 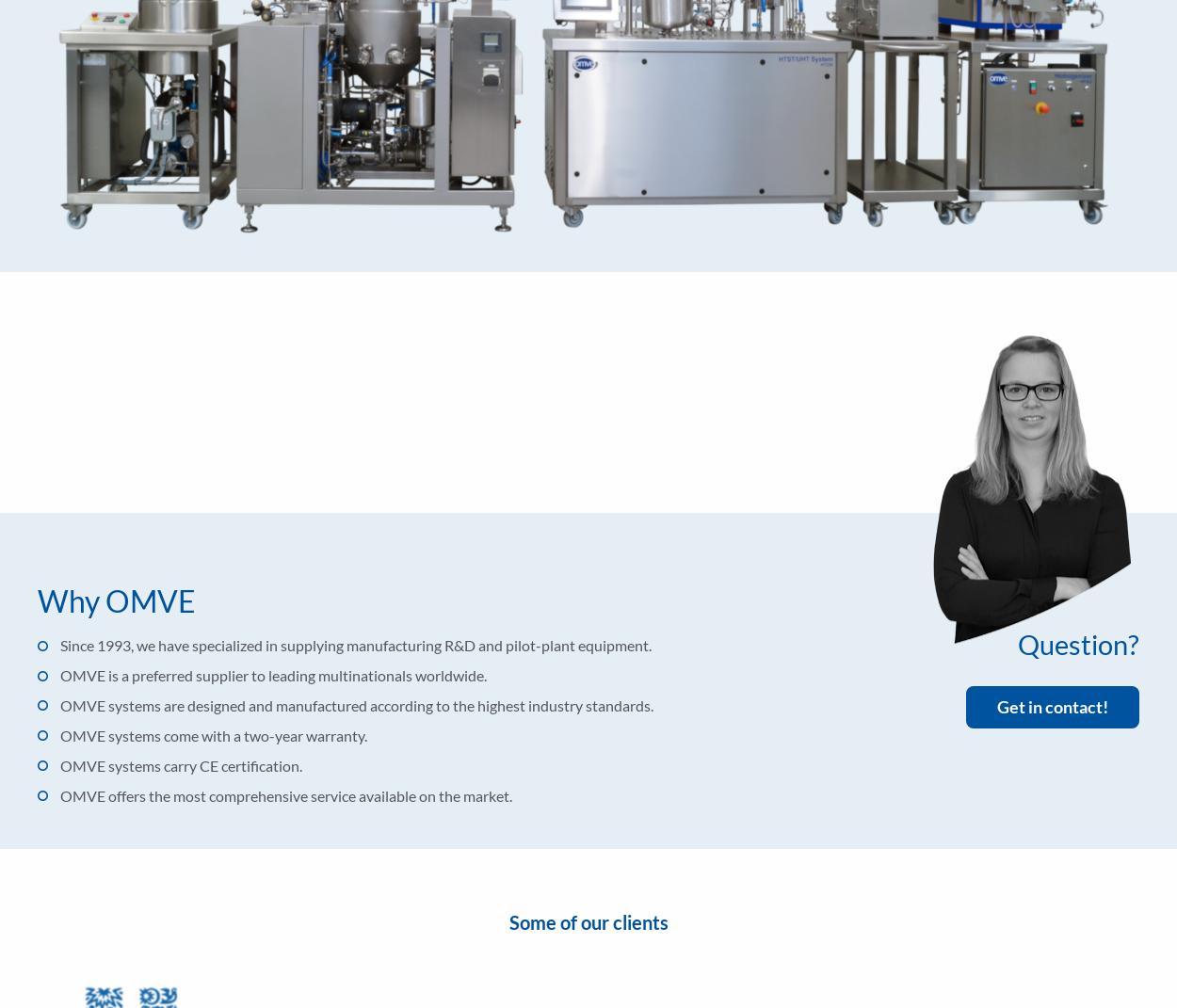 What do you see at coordinates (116, 599) in the screenshot?
I see `'Why OMVE'` at bounding box center [116, 599].